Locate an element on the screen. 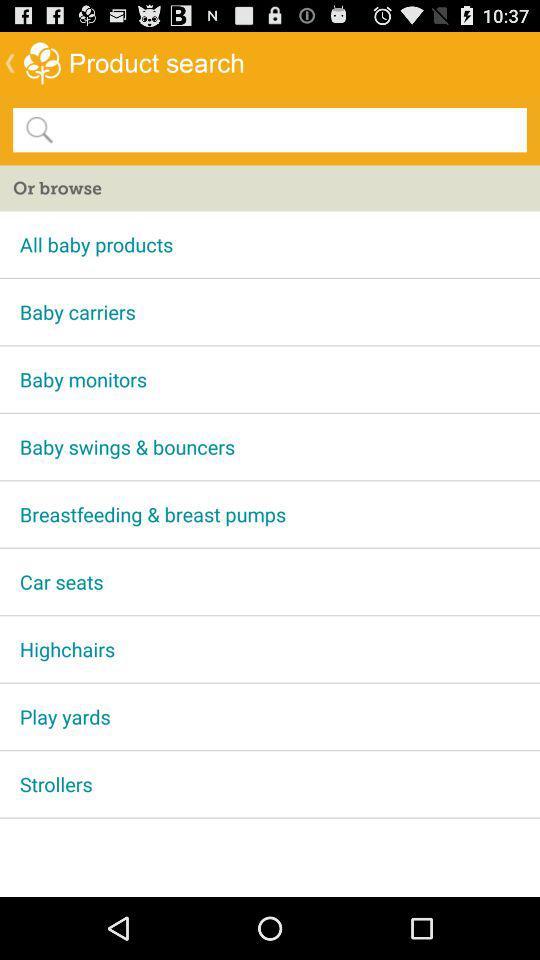  the baby swings & bouncers is located at coordinates (270, 446).